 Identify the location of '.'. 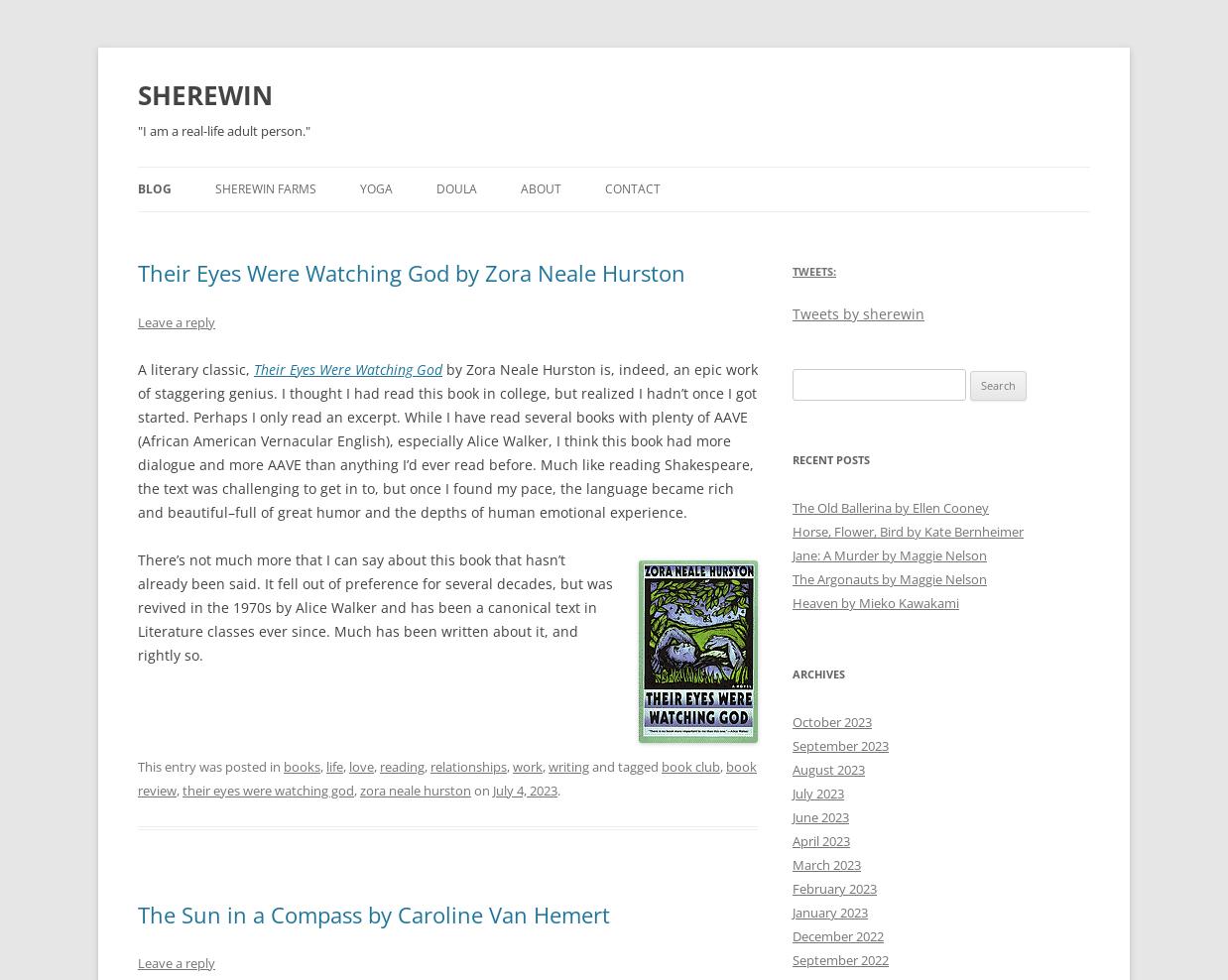
(558, 789).